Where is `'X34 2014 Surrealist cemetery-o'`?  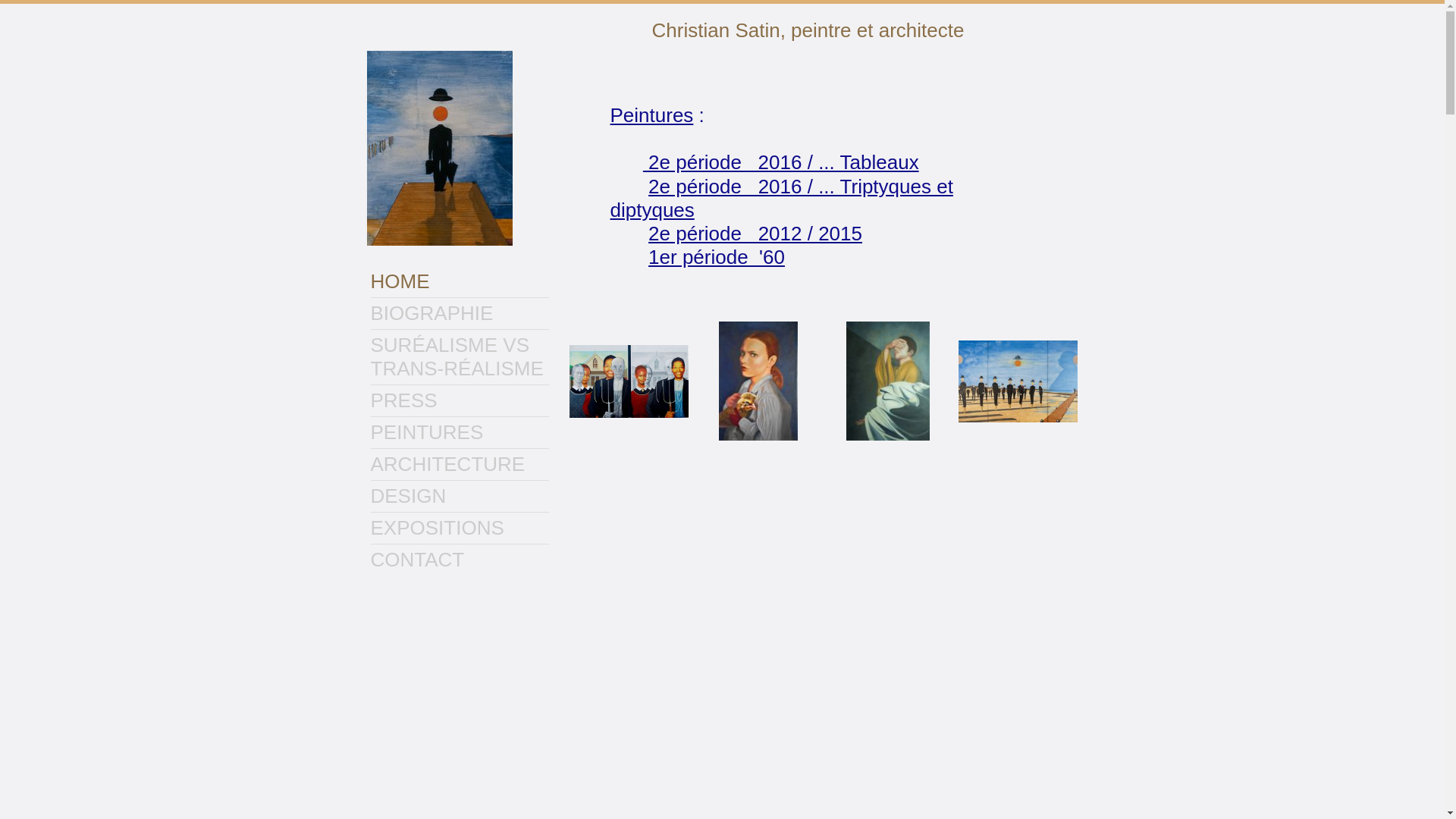 'X34 2014 Surrealist cemetery-o' is located at coordinates (957, 380).